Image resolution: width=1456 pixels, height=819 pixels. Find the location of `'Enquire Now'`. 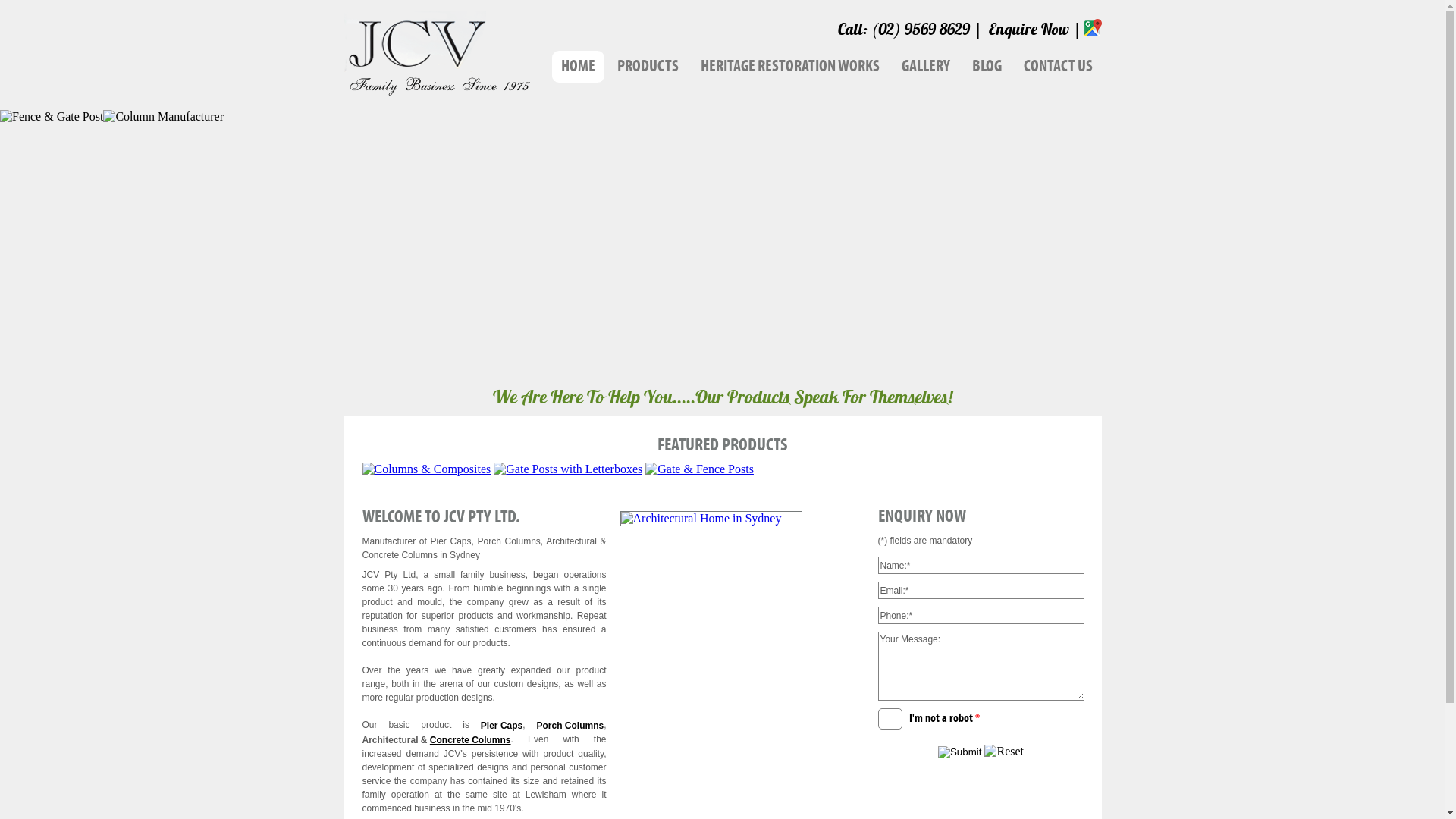

'Enquire Now' is located at coordinates (1029, 29).